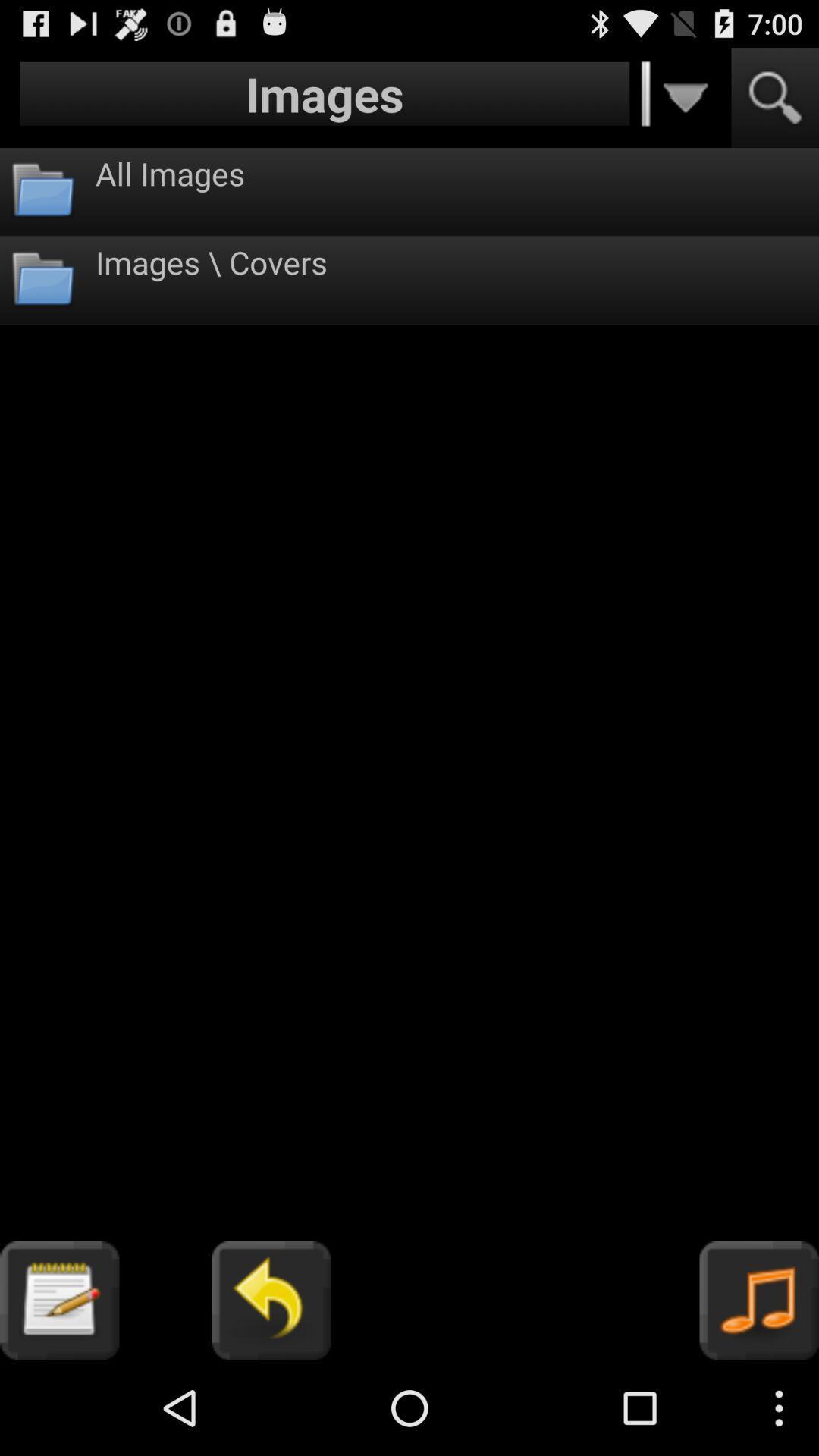 This screenshot has height=1456, width=819. I want to click on the search icon, so click(775, 104).